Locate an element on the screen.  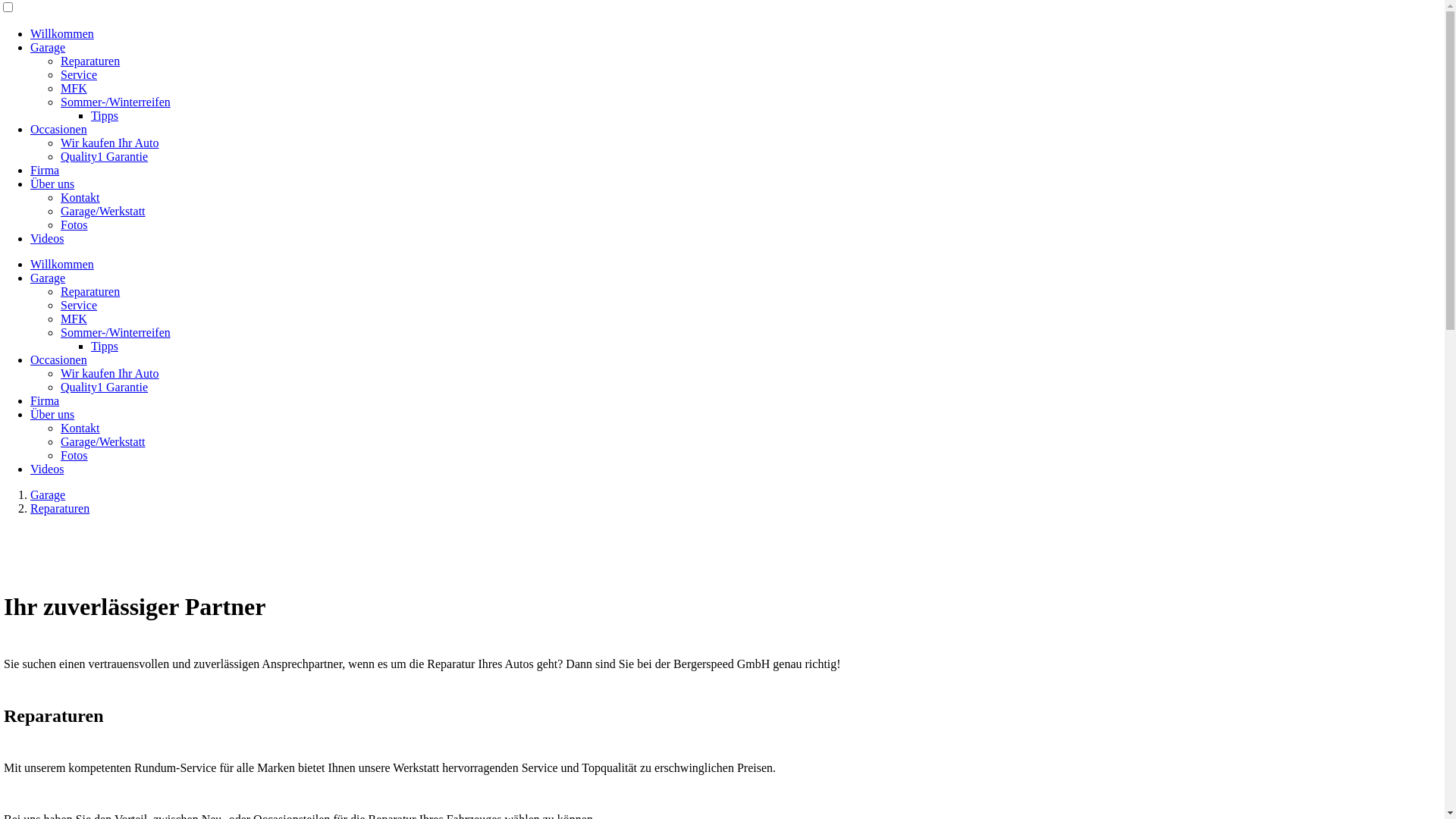
'Occasionen' is located at coordinates (58, 128).